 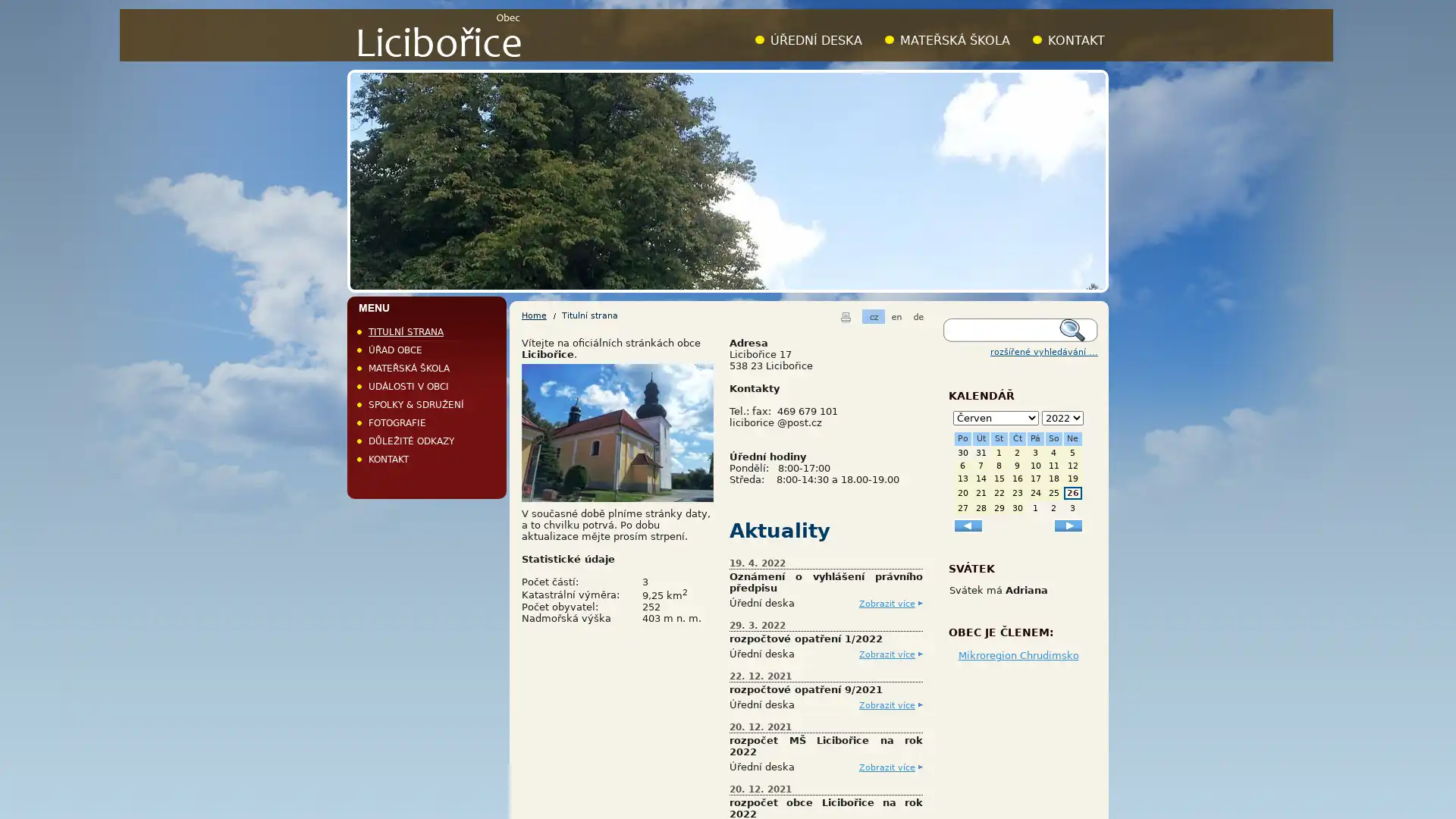 I want to click on dalsi, so click(x=1068, y=524).